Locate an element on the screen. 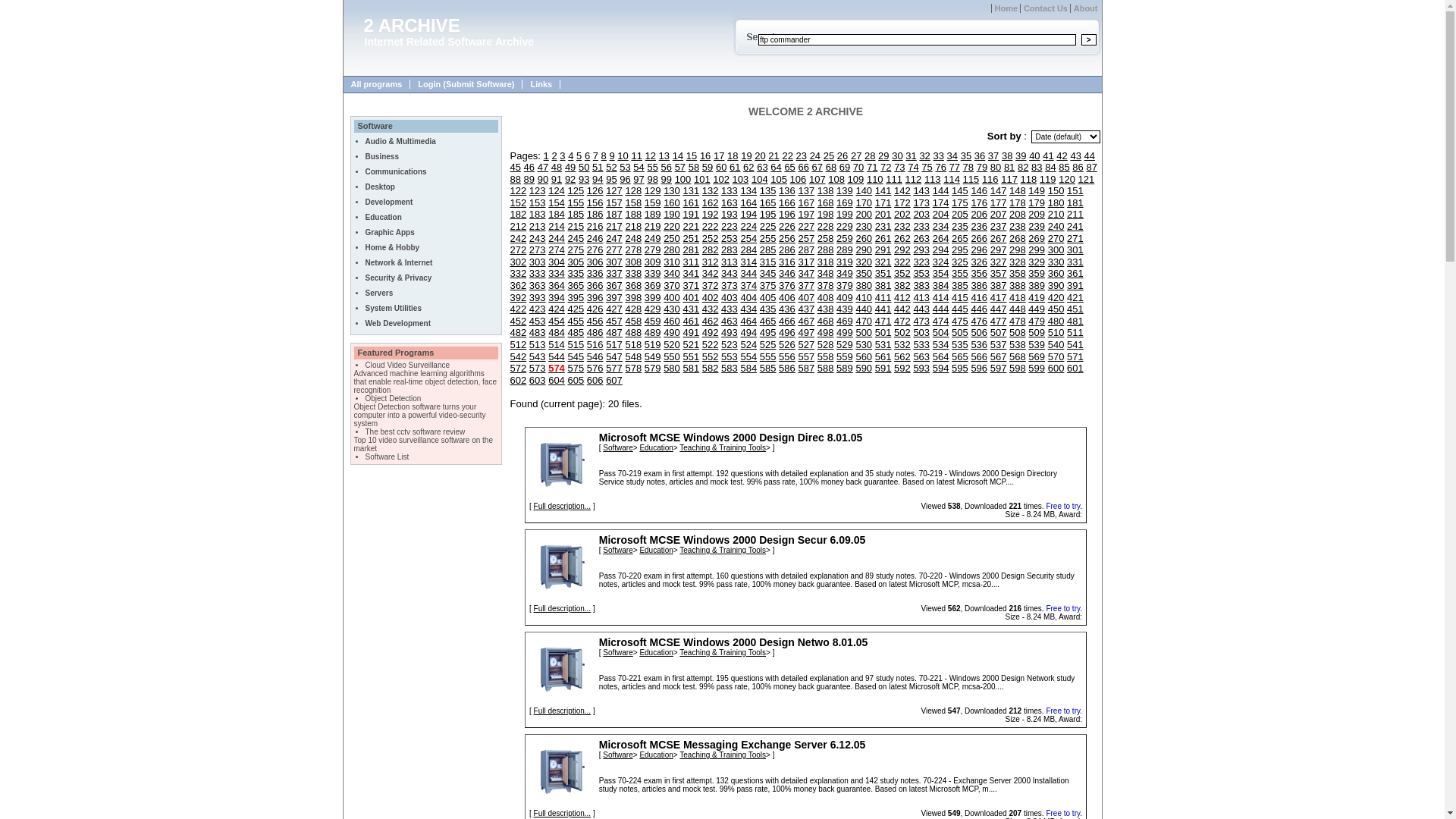 The image size is (1456, 819). '232' is located at coordinates (902, 226).